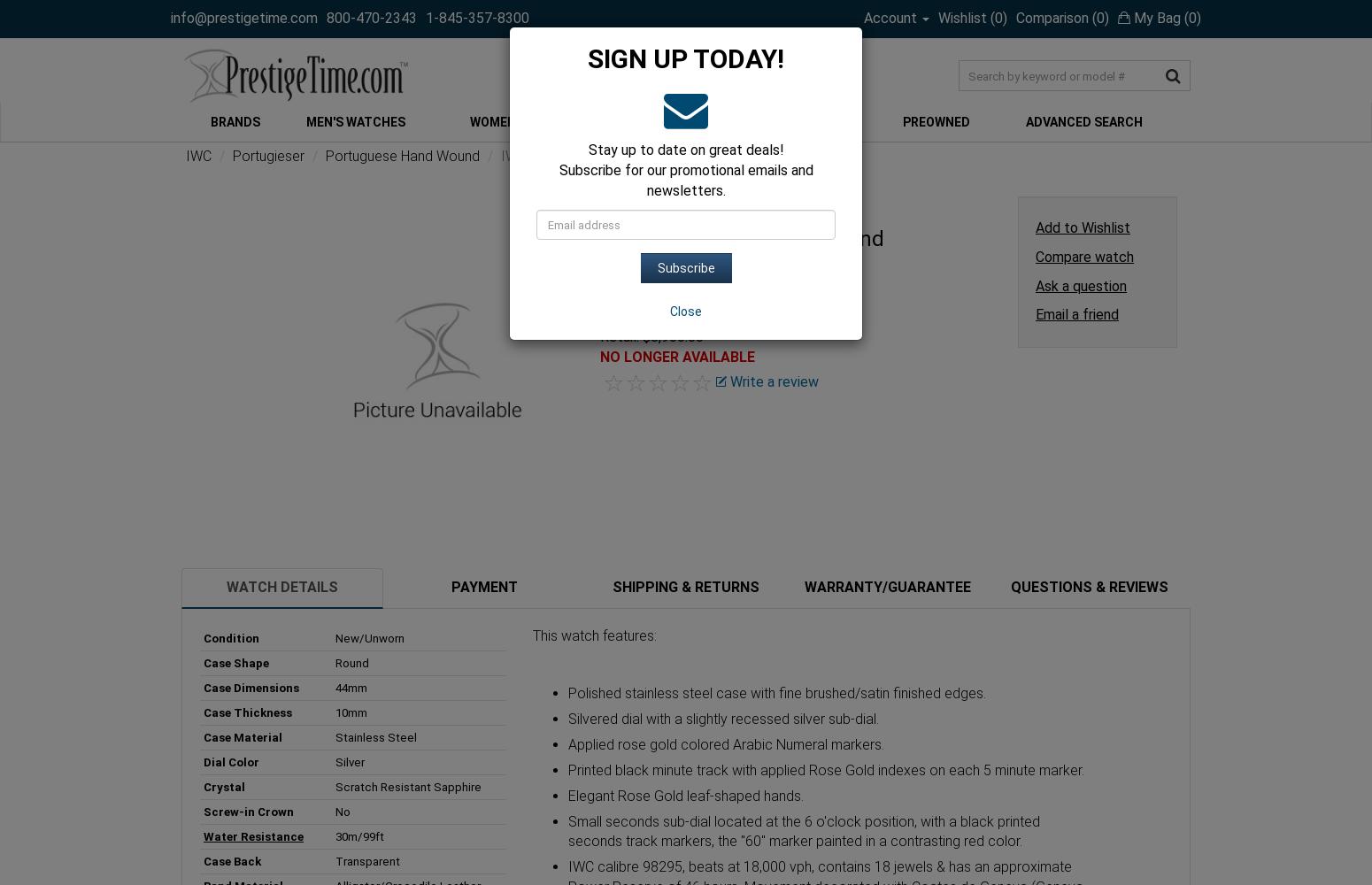  What do you see at coordinates (587, 58) in the screenshot?
I see `'SIGN UP TODAY!'` at bounding box center [587, 58].